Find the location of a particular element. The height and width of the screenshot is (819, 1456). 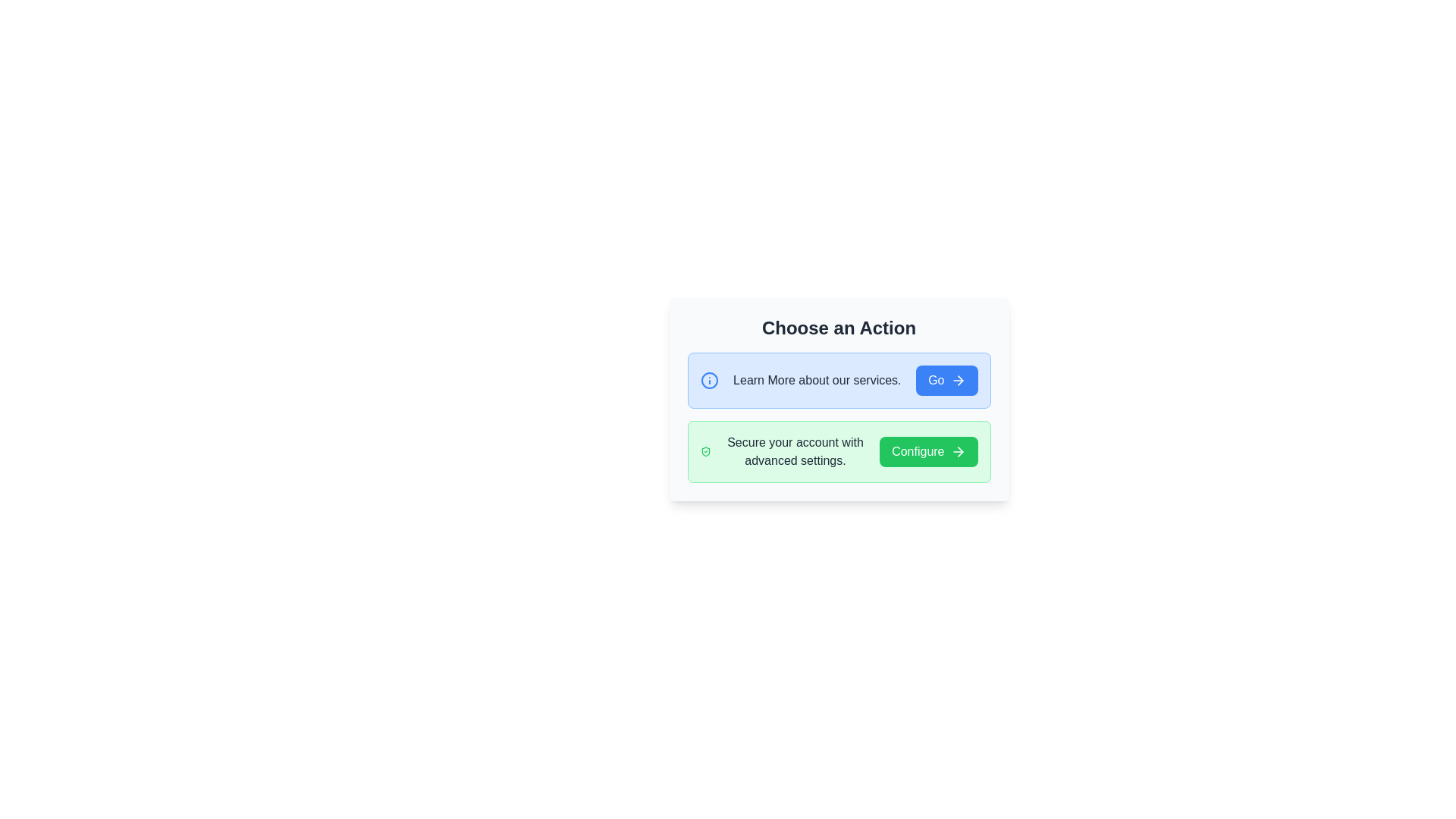

the security indicator icon located at the left edge of the text block labeled 'Secure your account with advanced settings' is located at coordinates (704, 451).